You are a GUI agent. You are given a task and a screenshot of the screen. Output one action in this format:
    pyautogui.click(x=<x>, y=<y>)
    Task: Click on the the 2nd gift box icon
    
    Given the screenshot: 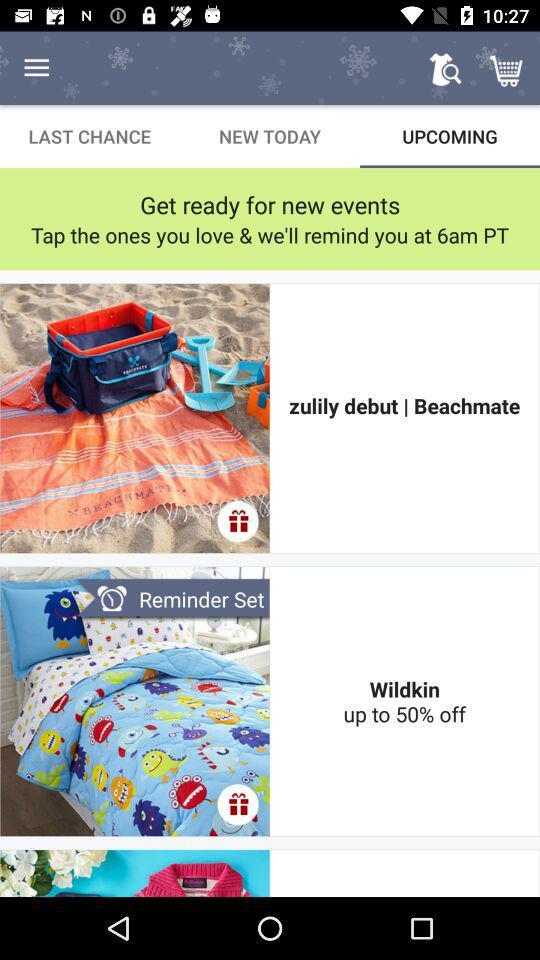 What is the action you would take?
    pyautogui.click(x=237, y=804)
    